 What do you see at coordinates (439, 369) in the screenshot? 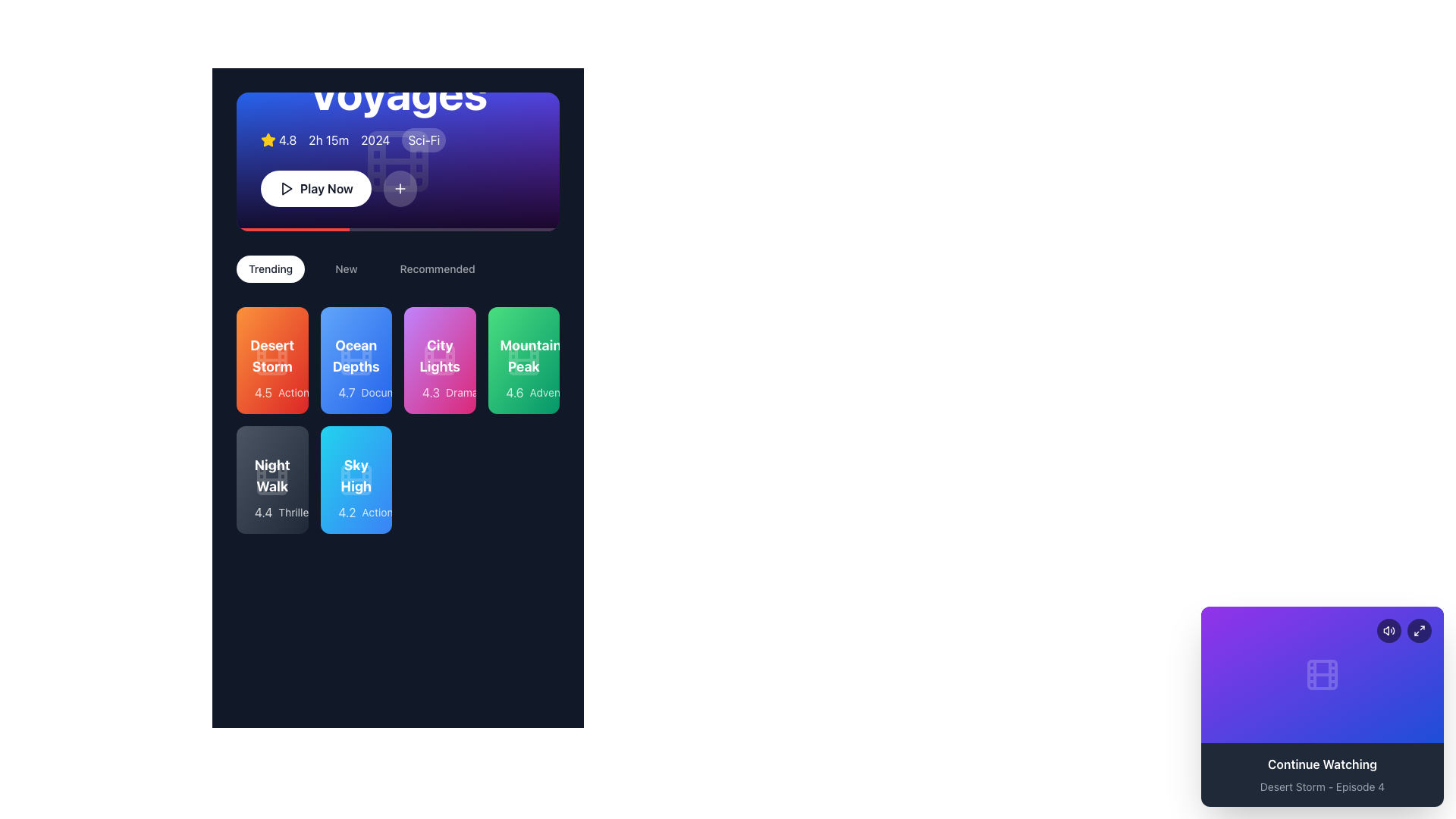
I see `the third card in the 'Trending' section that provides details about a specific movie or show, such as its title, rating, and genre` at bounding box center [439, 369].